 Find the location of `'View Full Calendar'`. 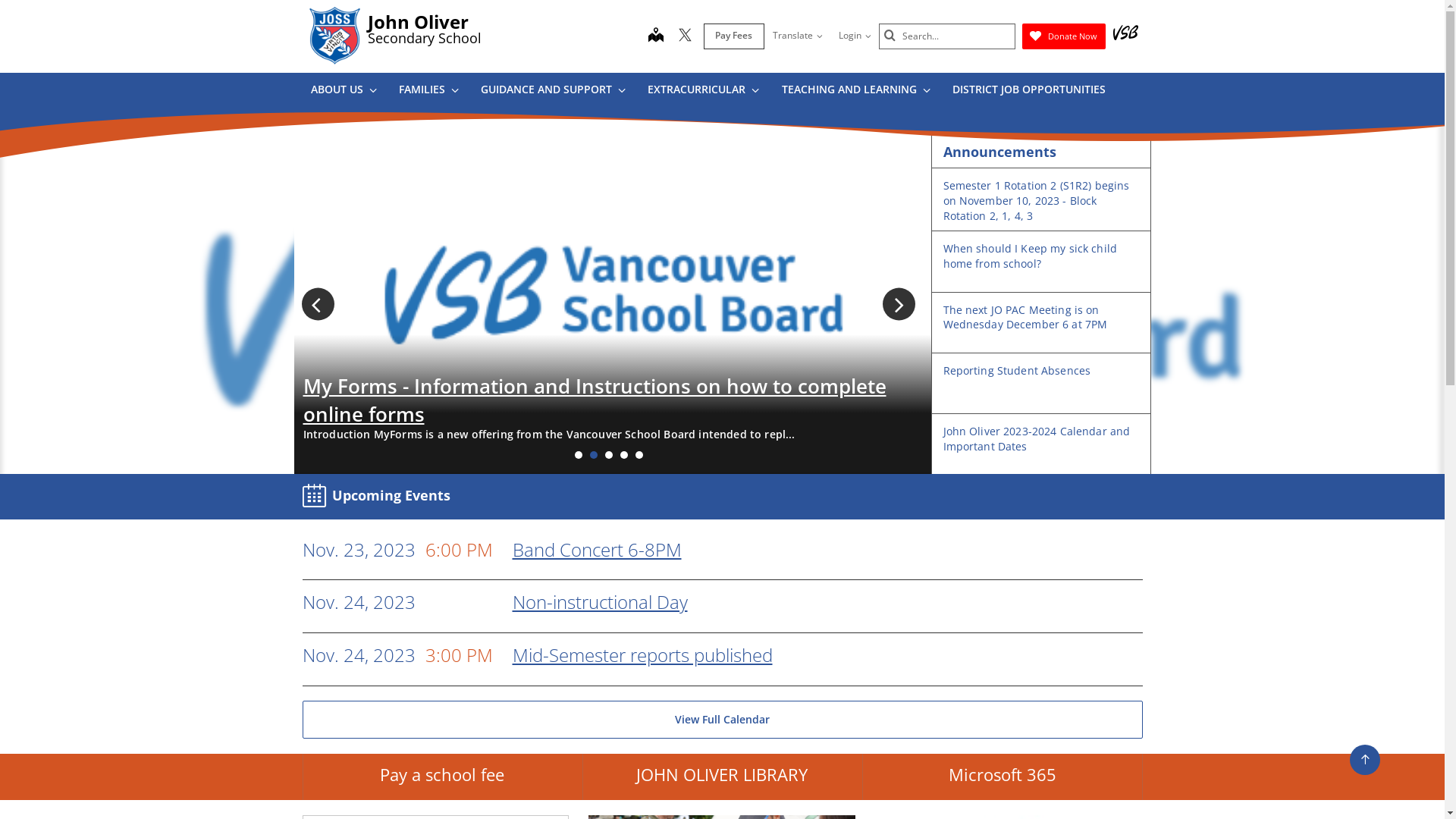

'View Full Calendar' is located at coordinates (720, 718).